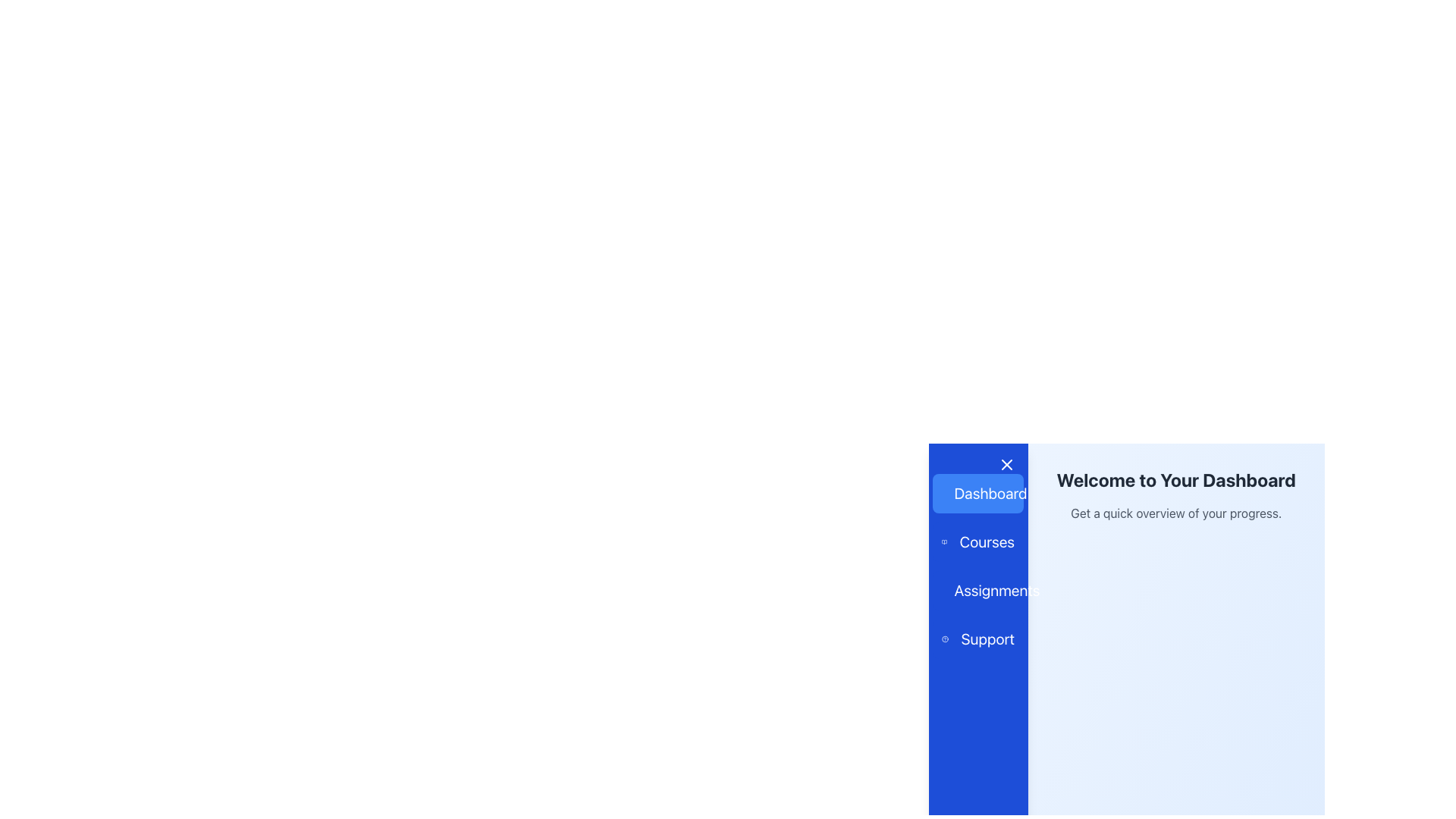  I want to click on the navigation button located in the left sidebar menu, directly below the close ('X') button, so click(978, 494).